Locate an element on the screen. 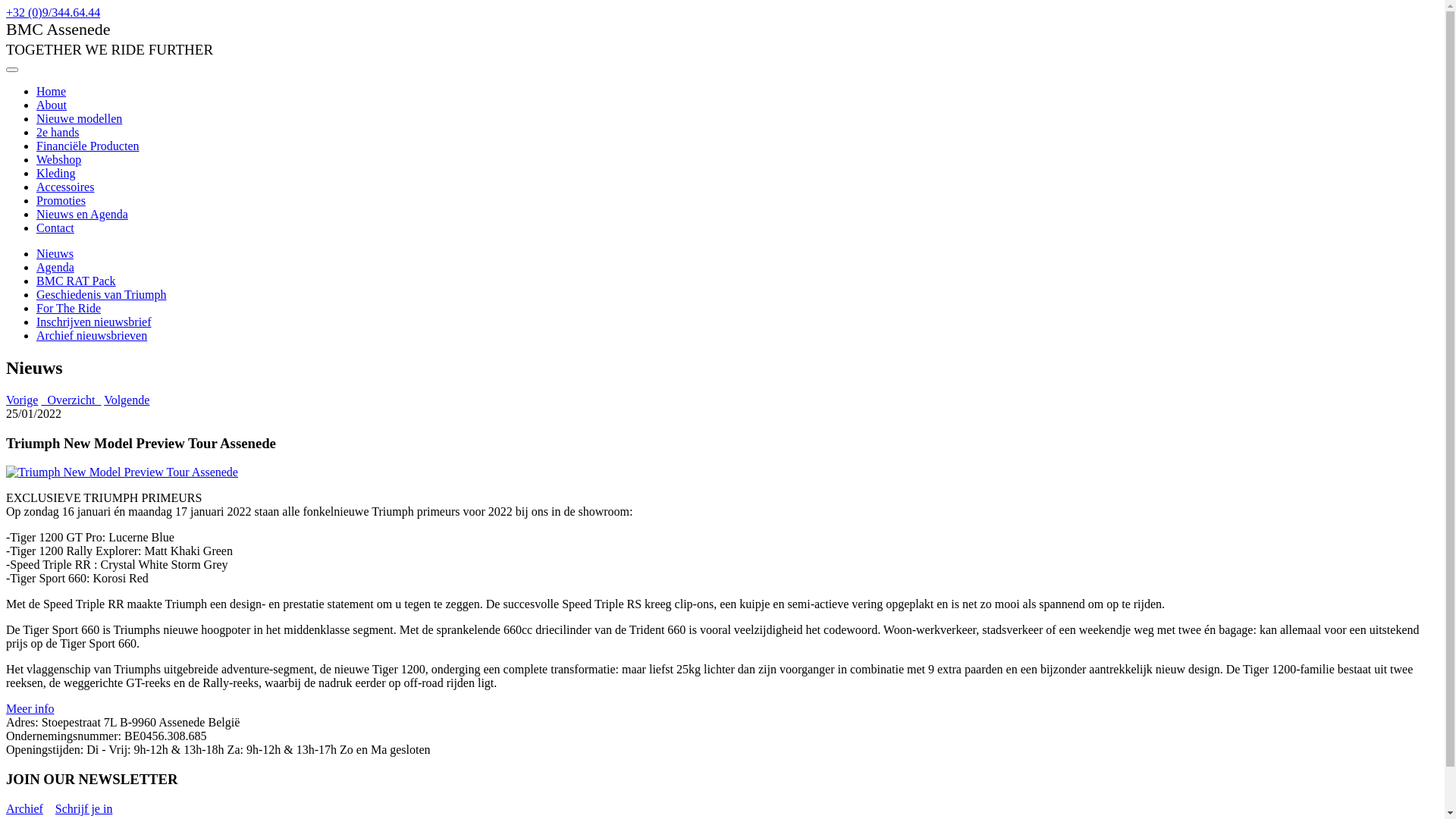 The height and width of the screenshot is (819, 1456). 'Accessoires' is located at coordinates (64, 186).